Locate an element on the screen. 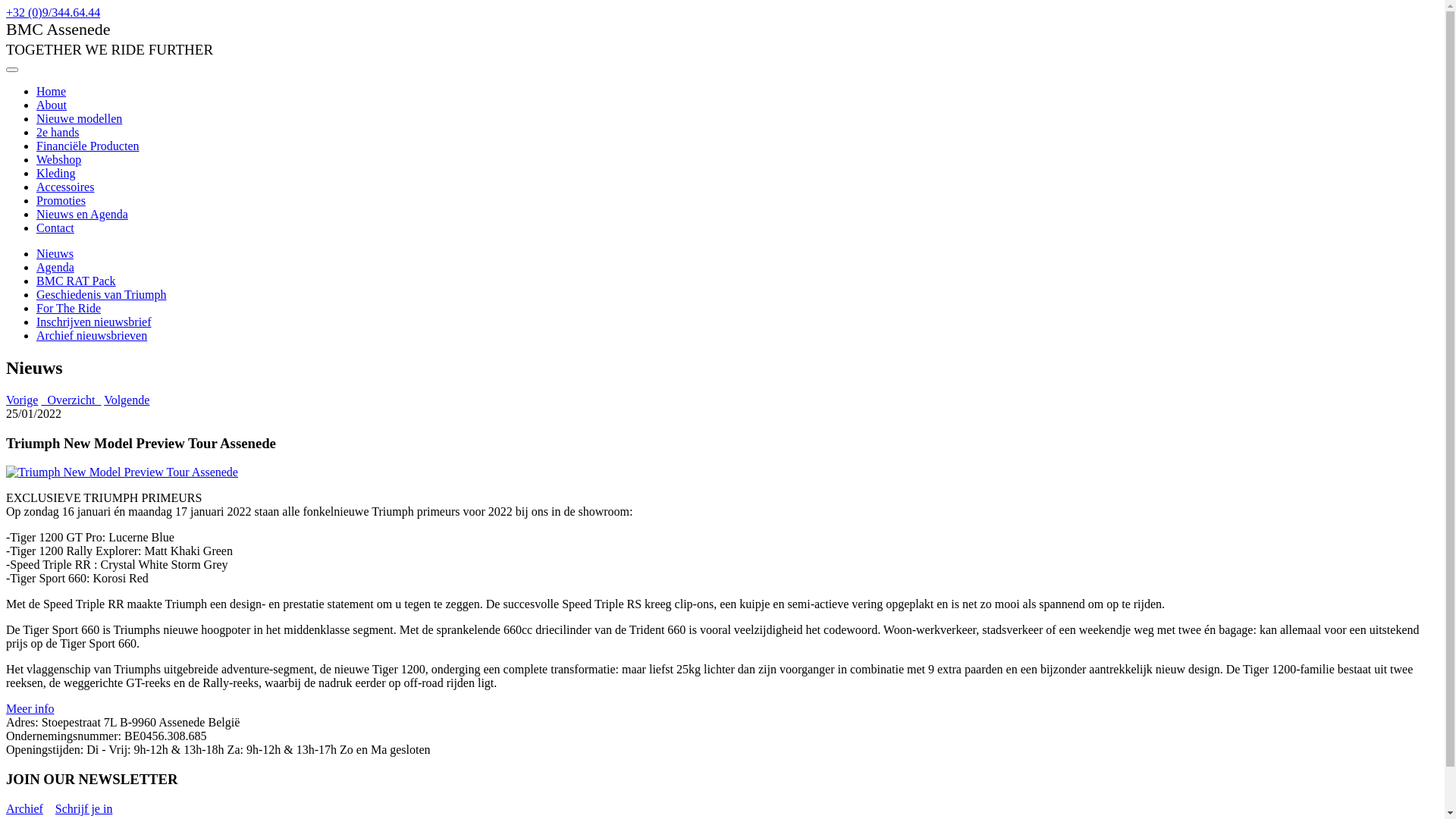 The height and width of the screenshot is (819, 1456). 'Accessoires' is located at coordinates (64, 186).